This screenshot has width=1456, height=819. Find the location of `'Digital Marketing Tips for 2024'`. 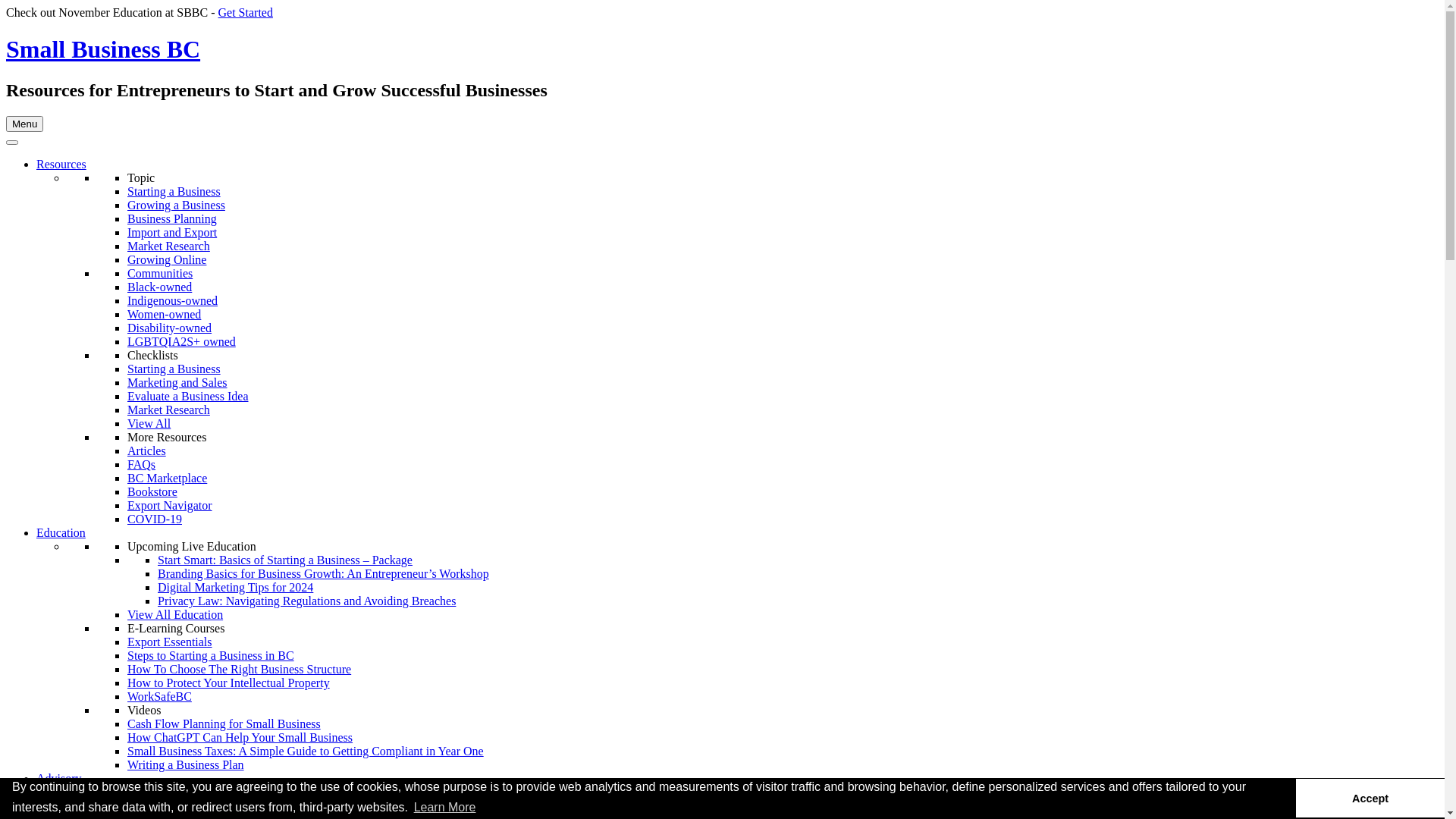

'Digital Marketing Tips for 2024' is located at coordinates (234, 586).